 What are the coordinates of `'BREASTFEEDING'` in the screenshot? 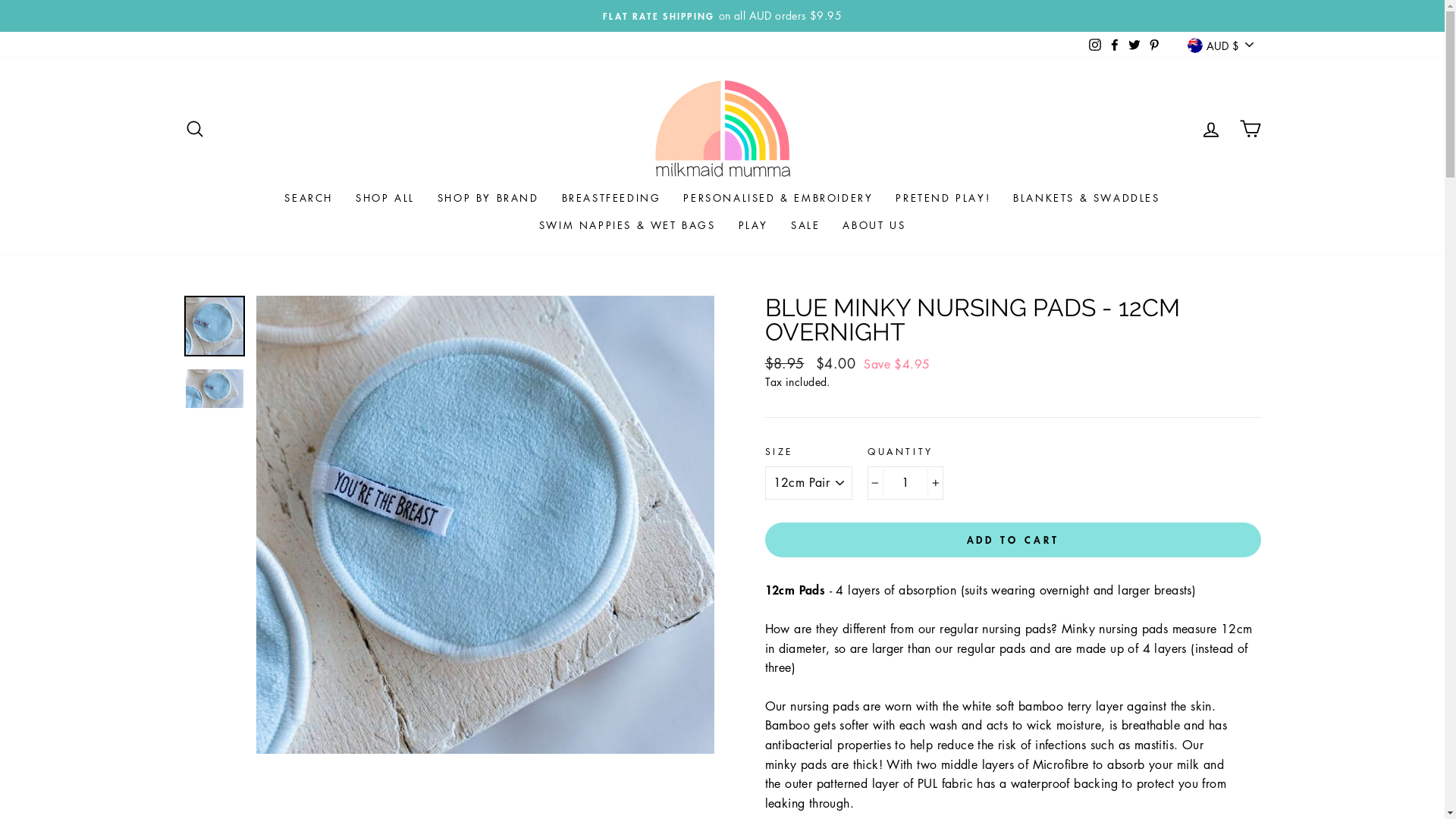 It's located at (549, 197).